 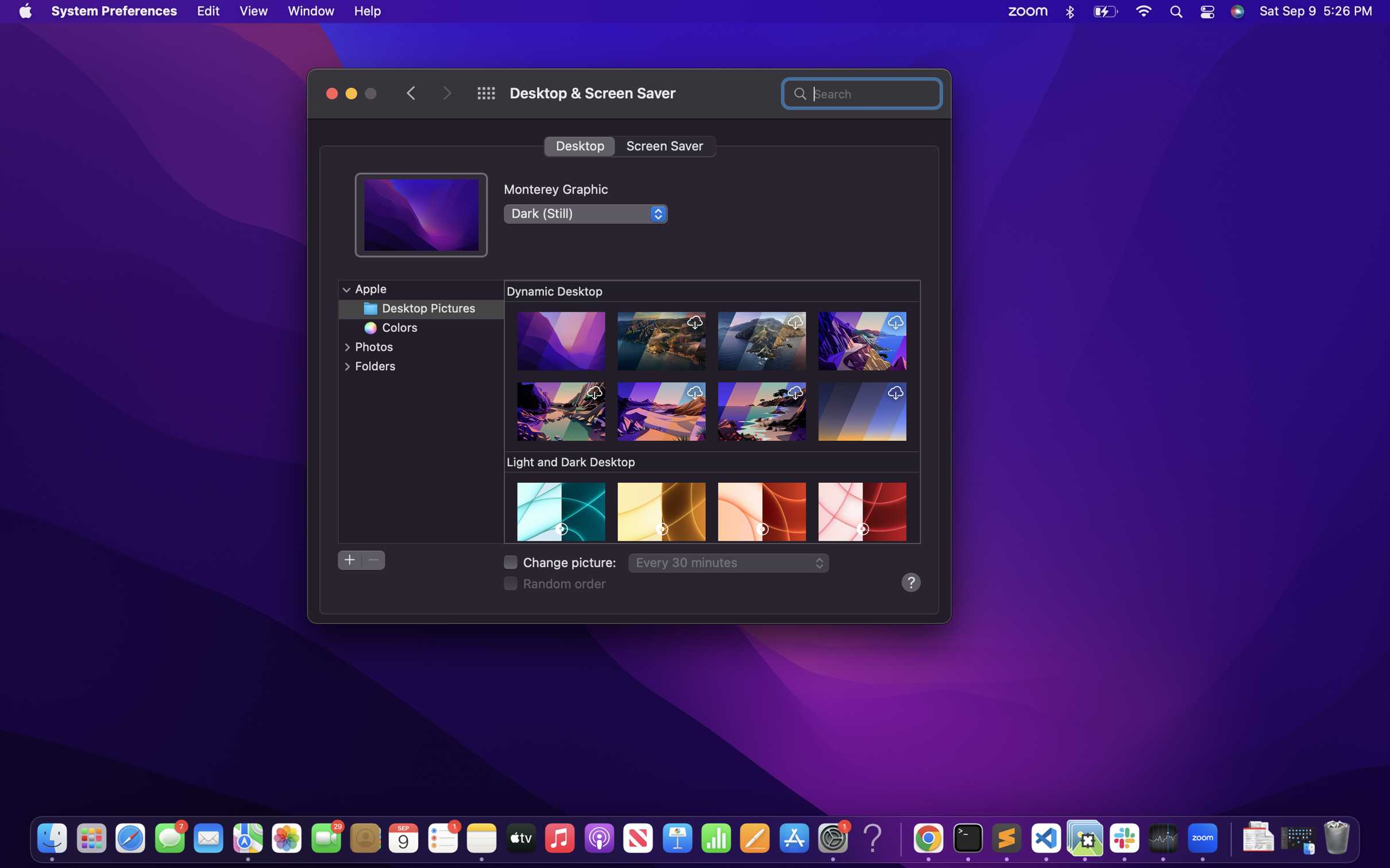 I want to click on a new file container, so click(x=352, y=559).